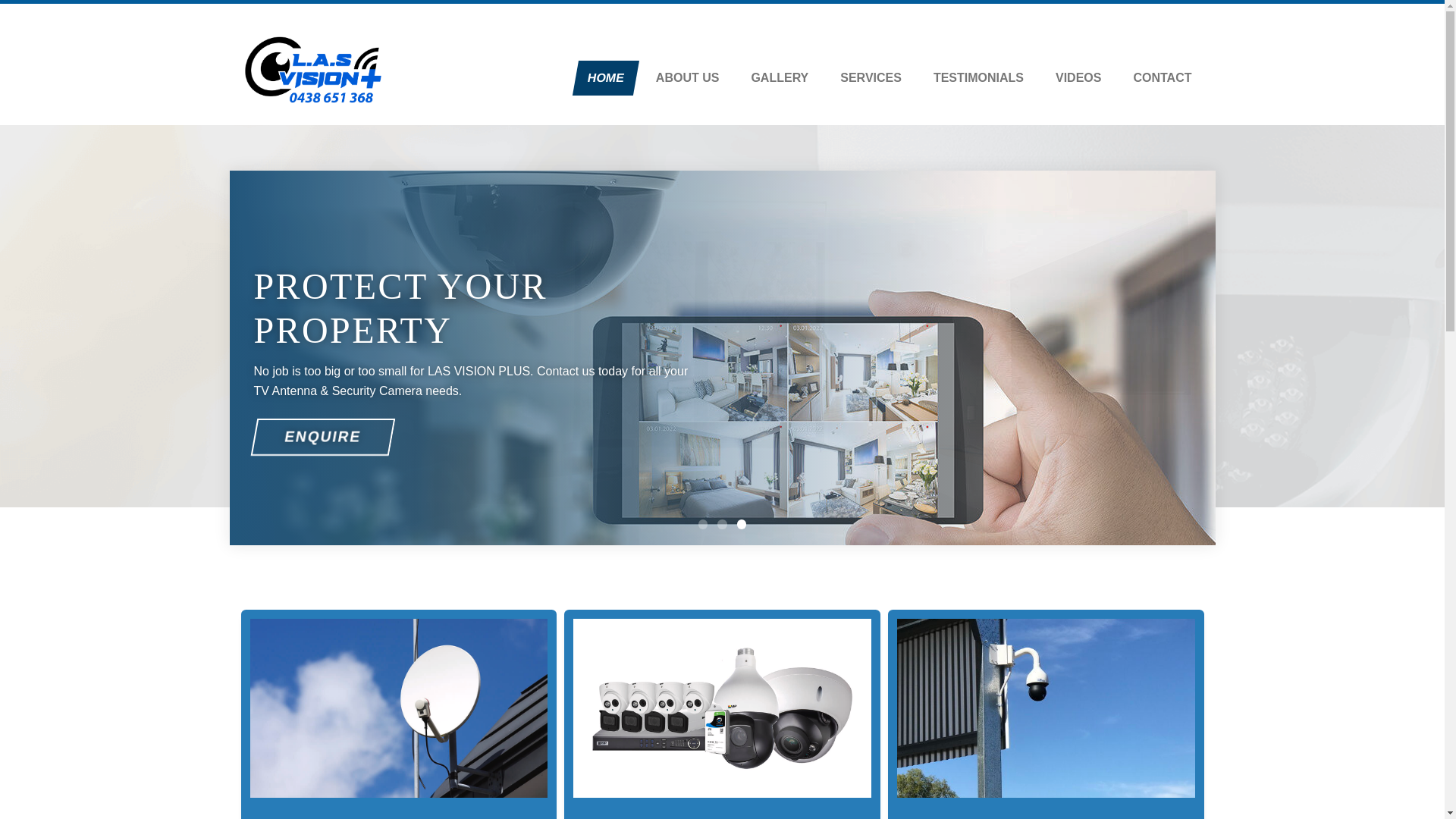 The height and width of the screenshot is (819, 1456). I want to click on 'SERVICES', so click(827, 78).